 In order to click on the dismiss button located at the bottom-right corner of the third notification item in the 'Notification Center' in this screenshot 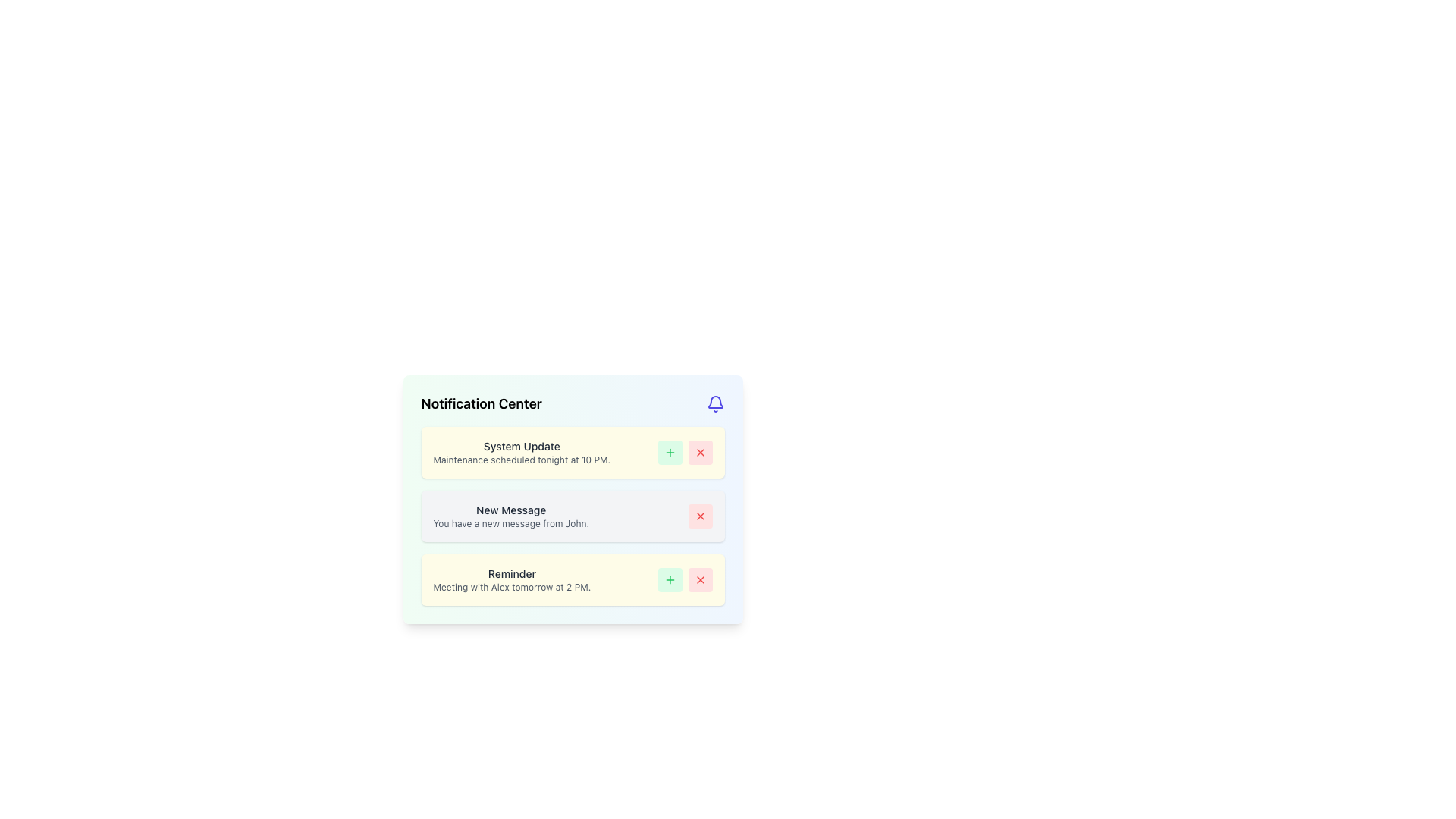, I will do `click(699, 579)`.